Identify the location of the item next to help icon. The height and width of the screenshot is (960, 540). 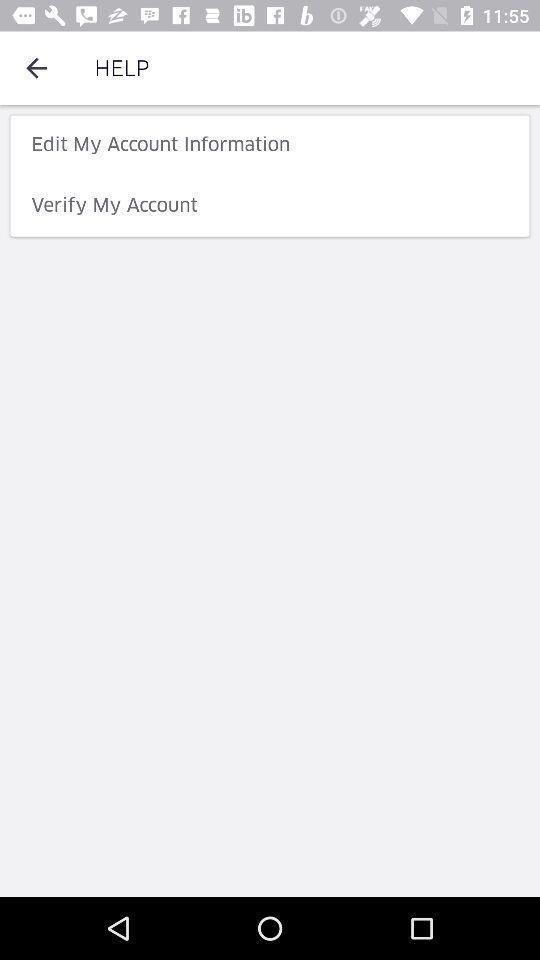
(36, 68).